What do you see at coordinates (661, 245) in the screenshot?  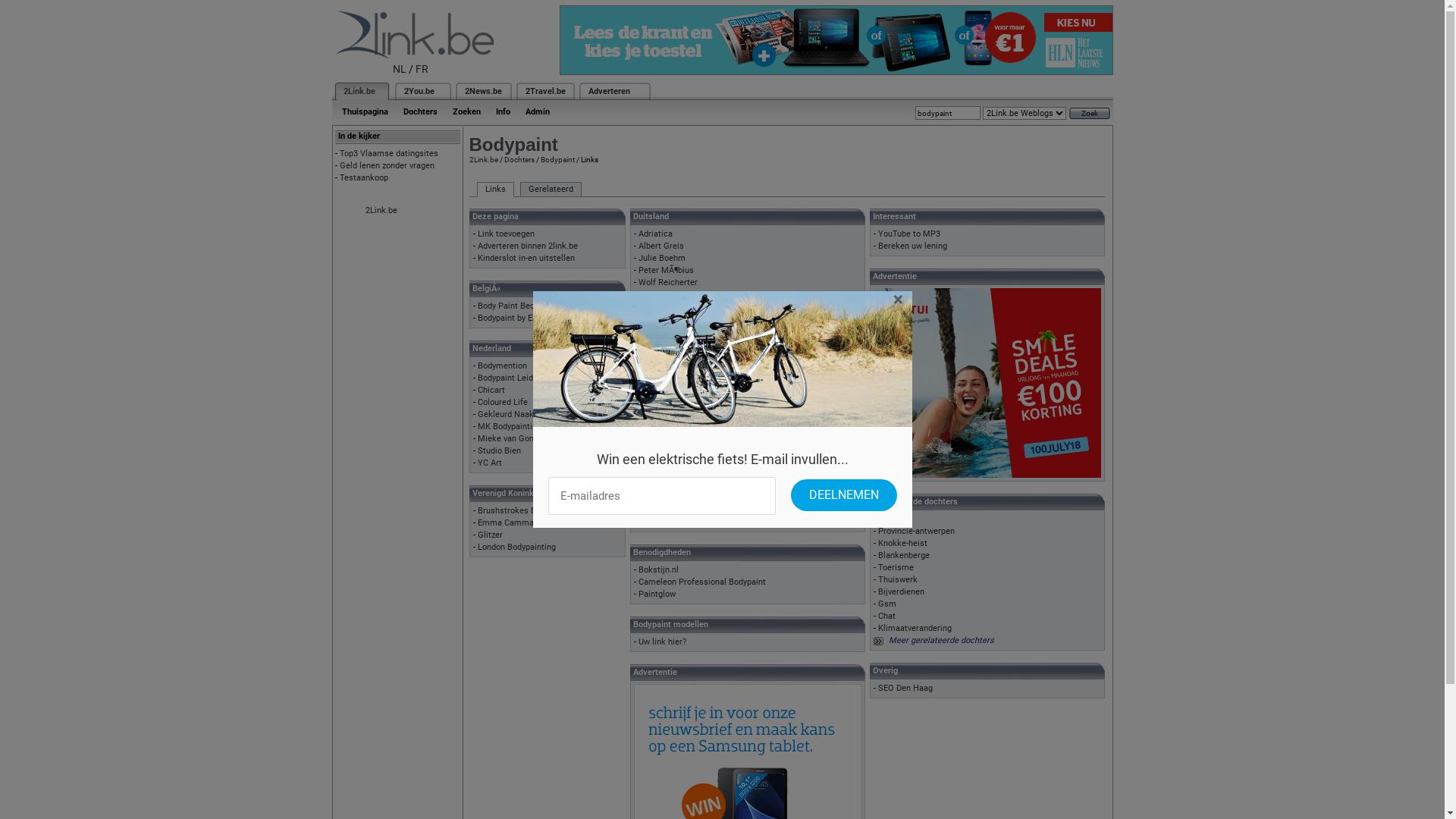 I see `'Albert Greis'` at bounding box center [661, 245].